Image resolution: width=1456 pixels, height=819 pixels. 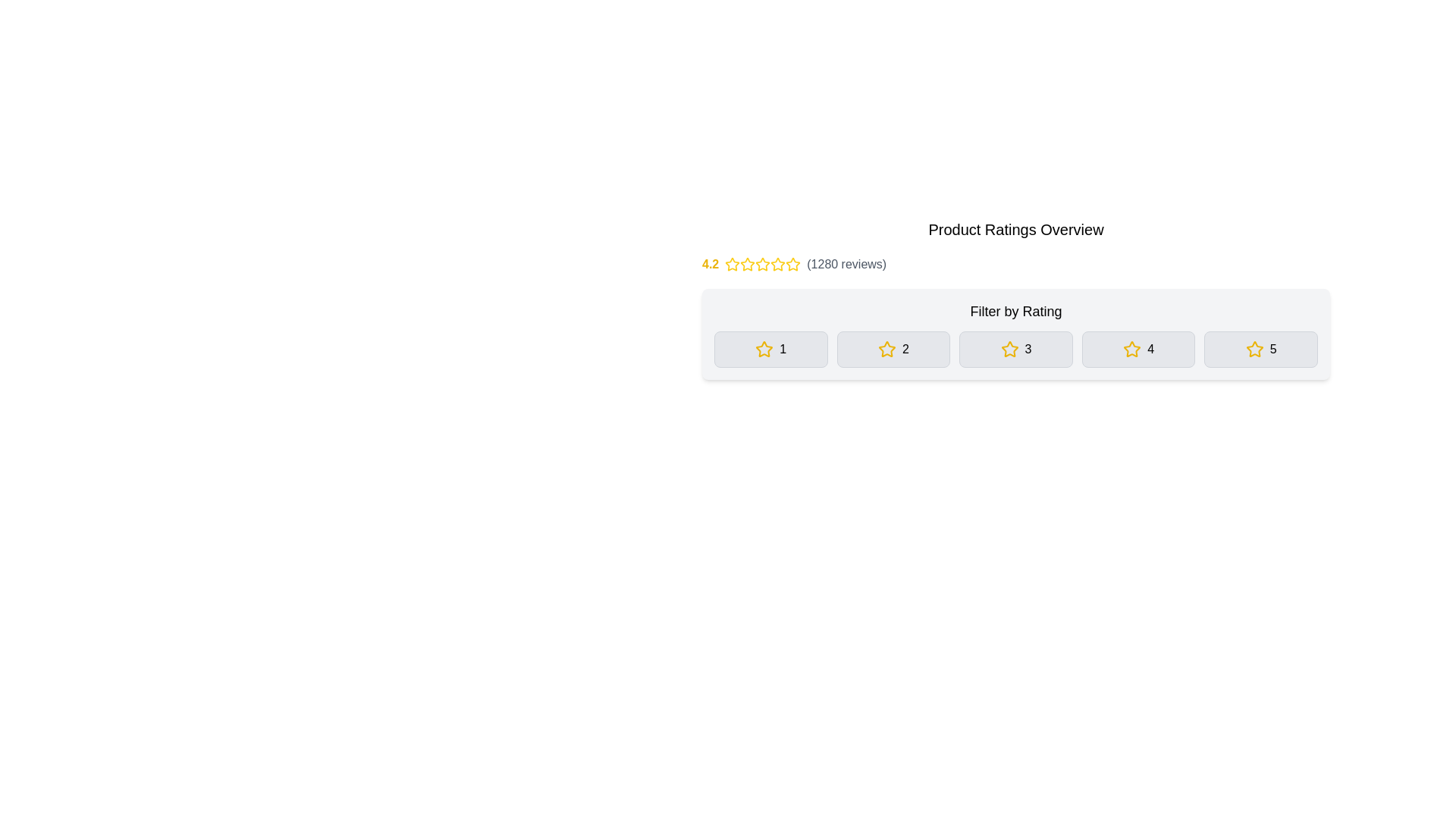 I want to click on the fourth star icon in the 'Filter by Rating' section, so click(x=1132, y=349).